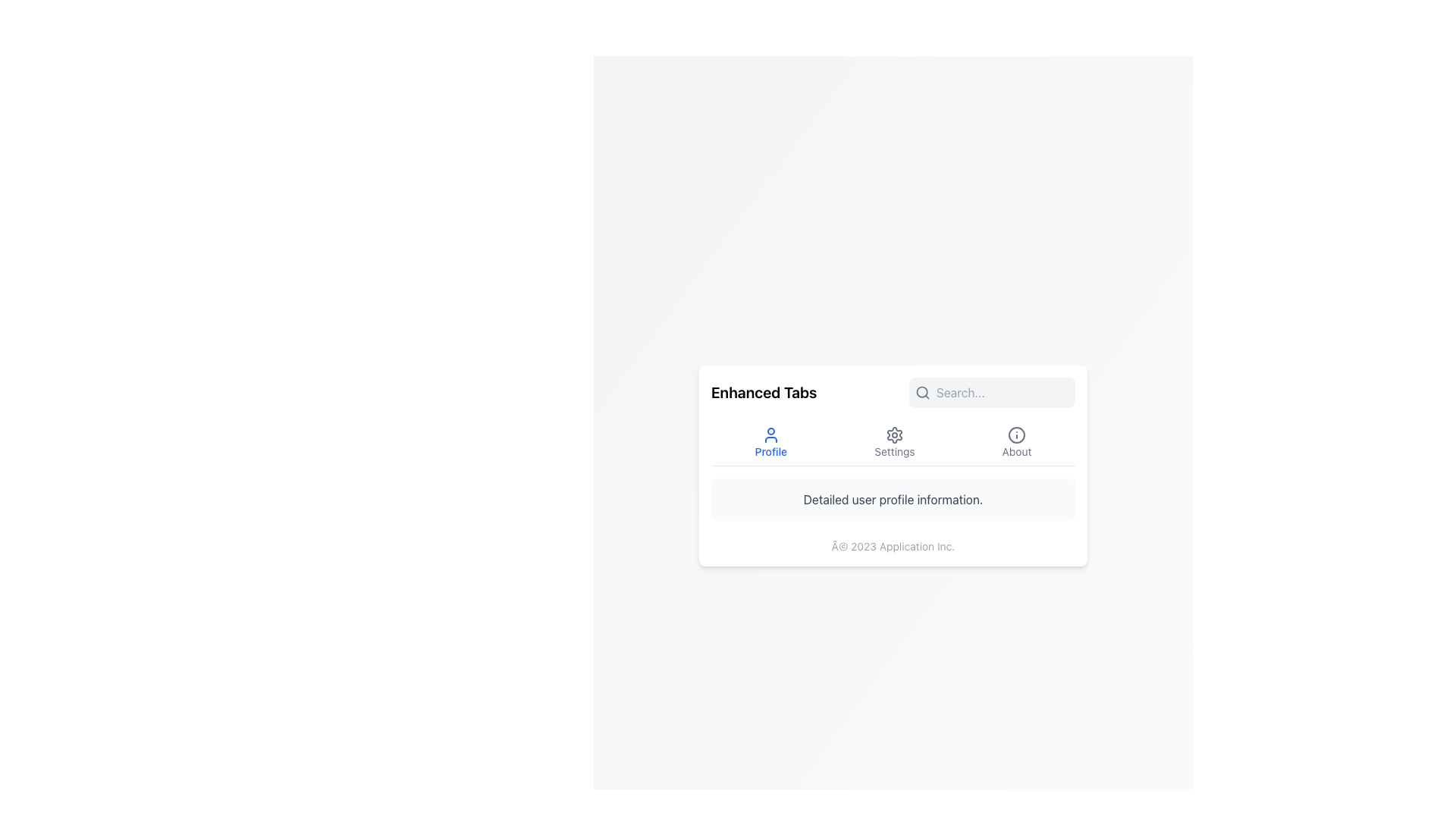 This screenshot has height=819, width=1456. I want to click on the text block with a light gray background containing the text 'Detailed user profile information.' located in the central panel of the interface, directly above the footer text, so click(893, 499).